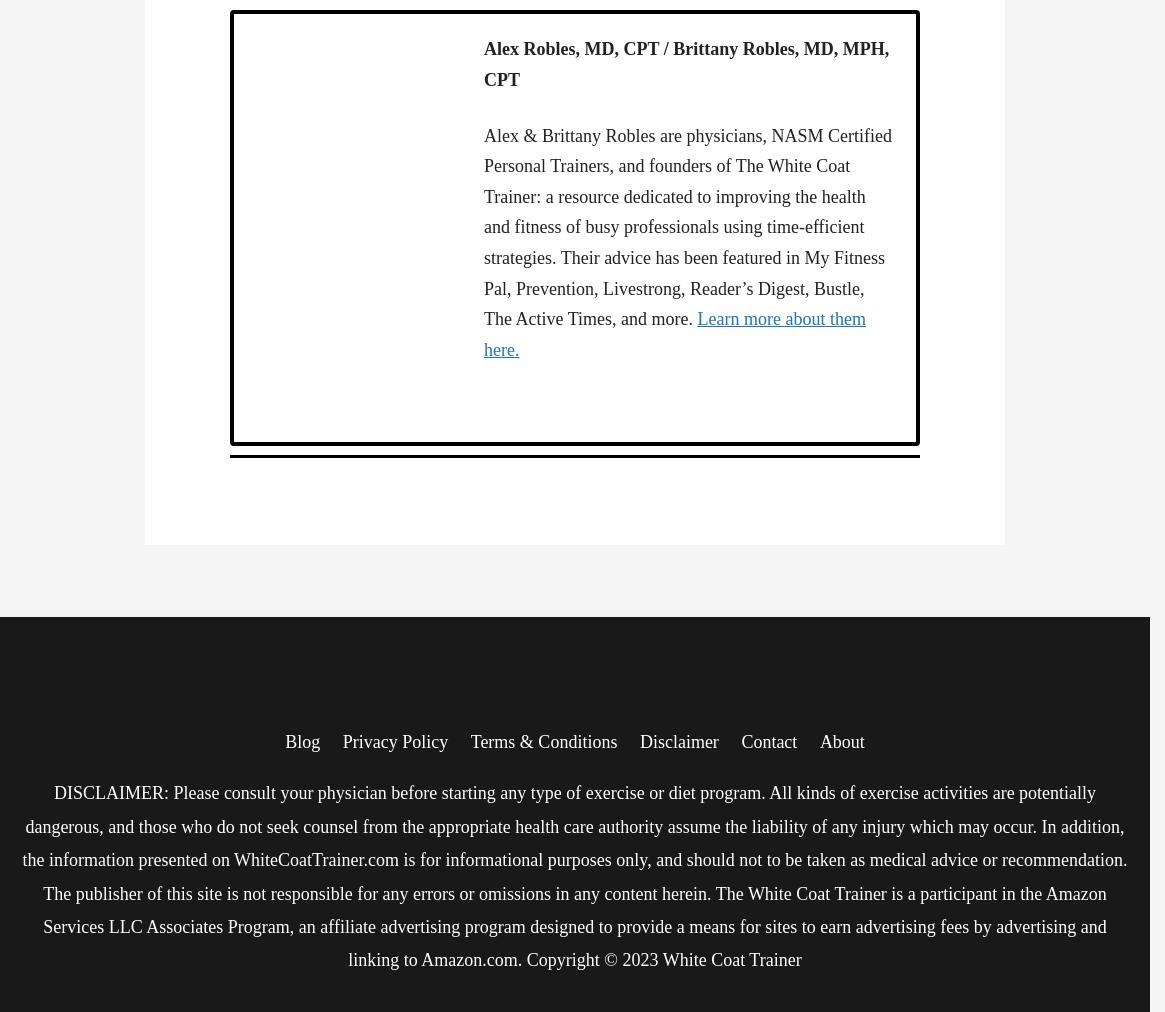 This screenshot has height=1012, width=1165. Describe the element at coordinates (301, 740) in the screenshot. I see `'Blog'` at that location.